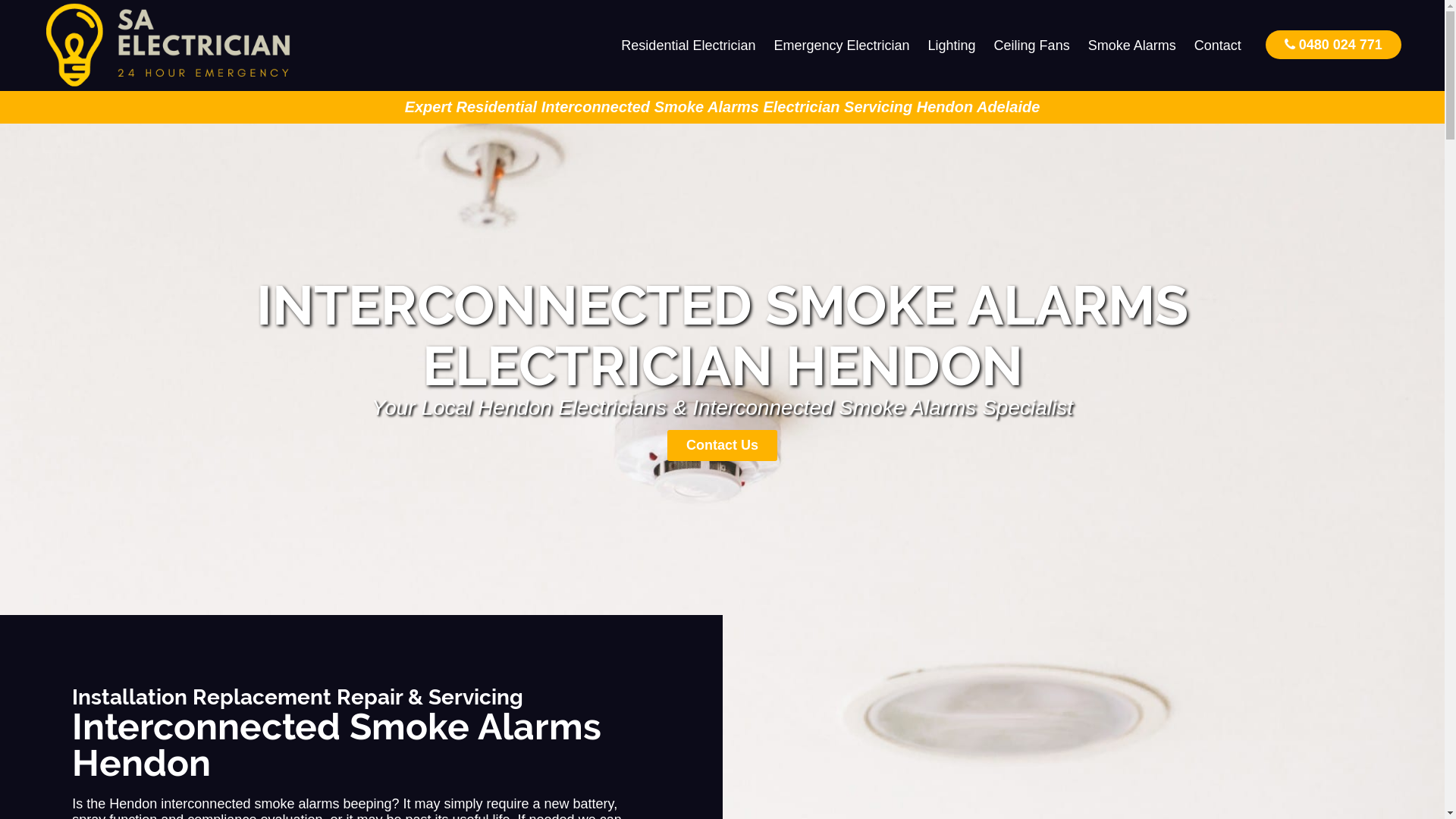 This screenshot has width=1456, height=819. What do you see at coordinates (985, 45) in the screenshot?
I see `'Ceiling Fans'` at bounding box center [985, 45].